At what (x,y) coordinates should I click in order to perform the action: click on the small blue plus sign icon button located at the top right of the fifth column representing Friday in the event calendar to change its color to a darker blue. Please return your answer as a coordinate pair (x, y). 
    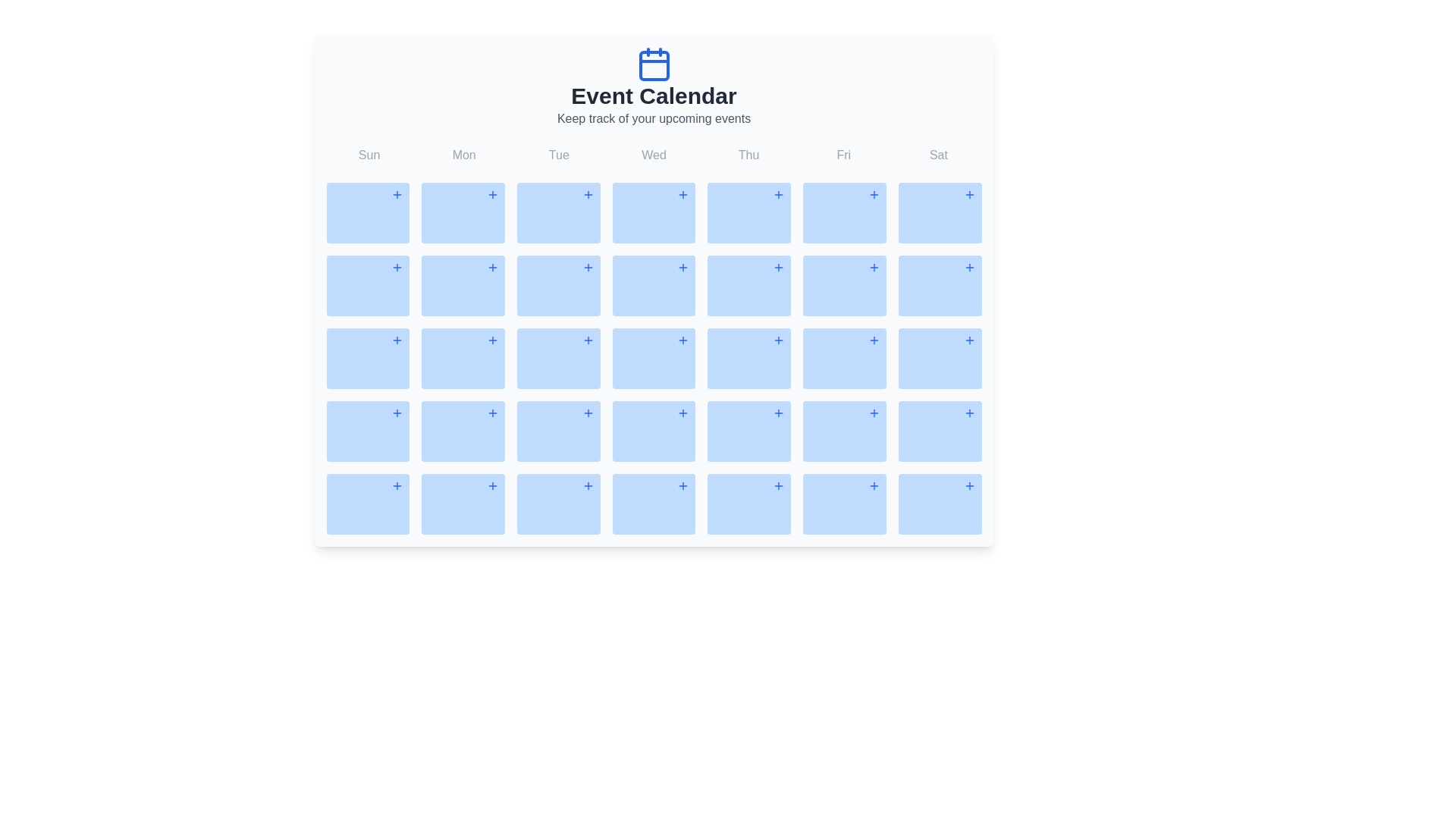
    Looking at the image, I should click on (874, 194).